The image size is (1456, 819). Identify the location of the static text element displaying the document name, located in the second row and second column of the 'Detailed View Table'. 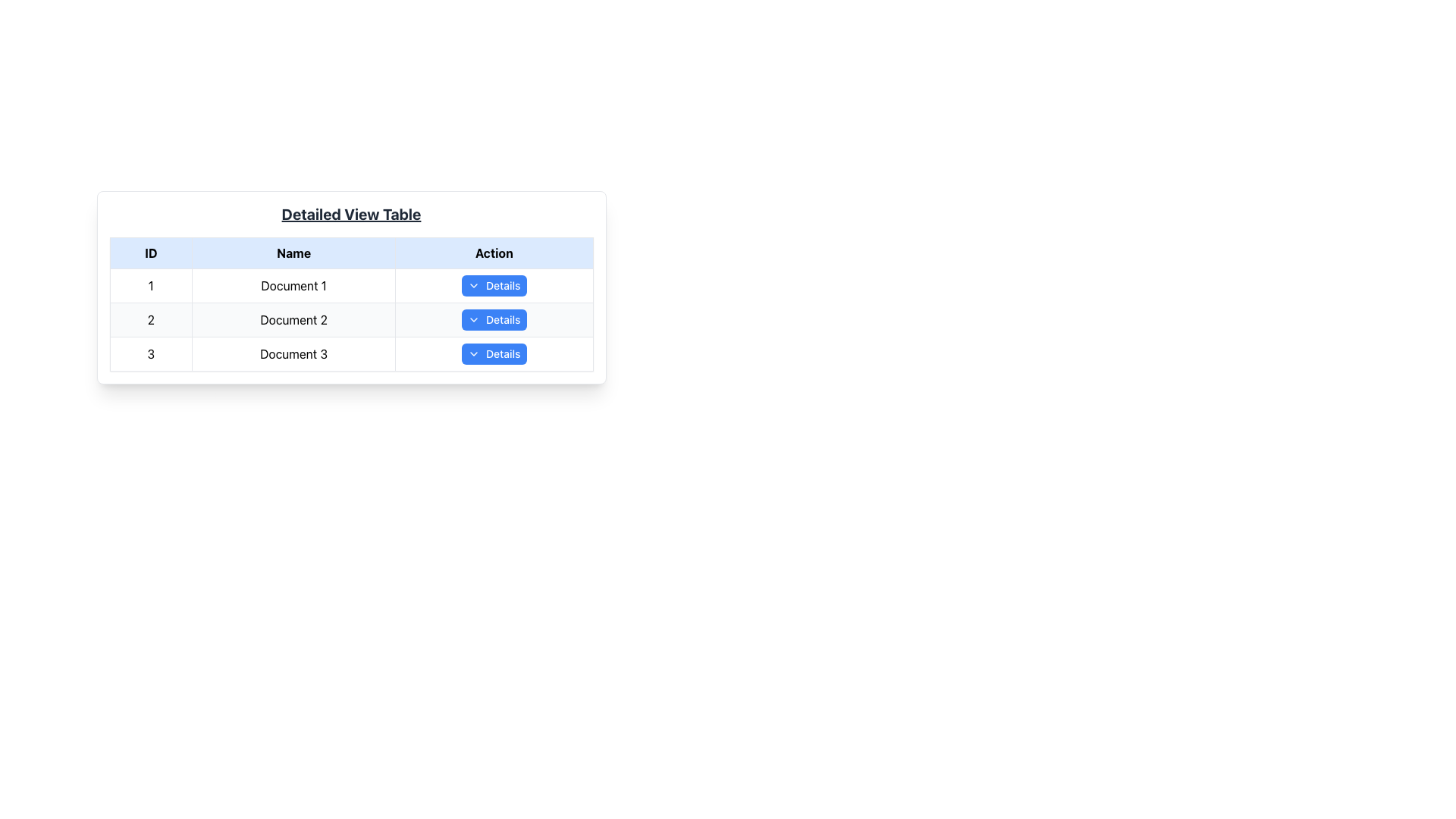
(293, 318).